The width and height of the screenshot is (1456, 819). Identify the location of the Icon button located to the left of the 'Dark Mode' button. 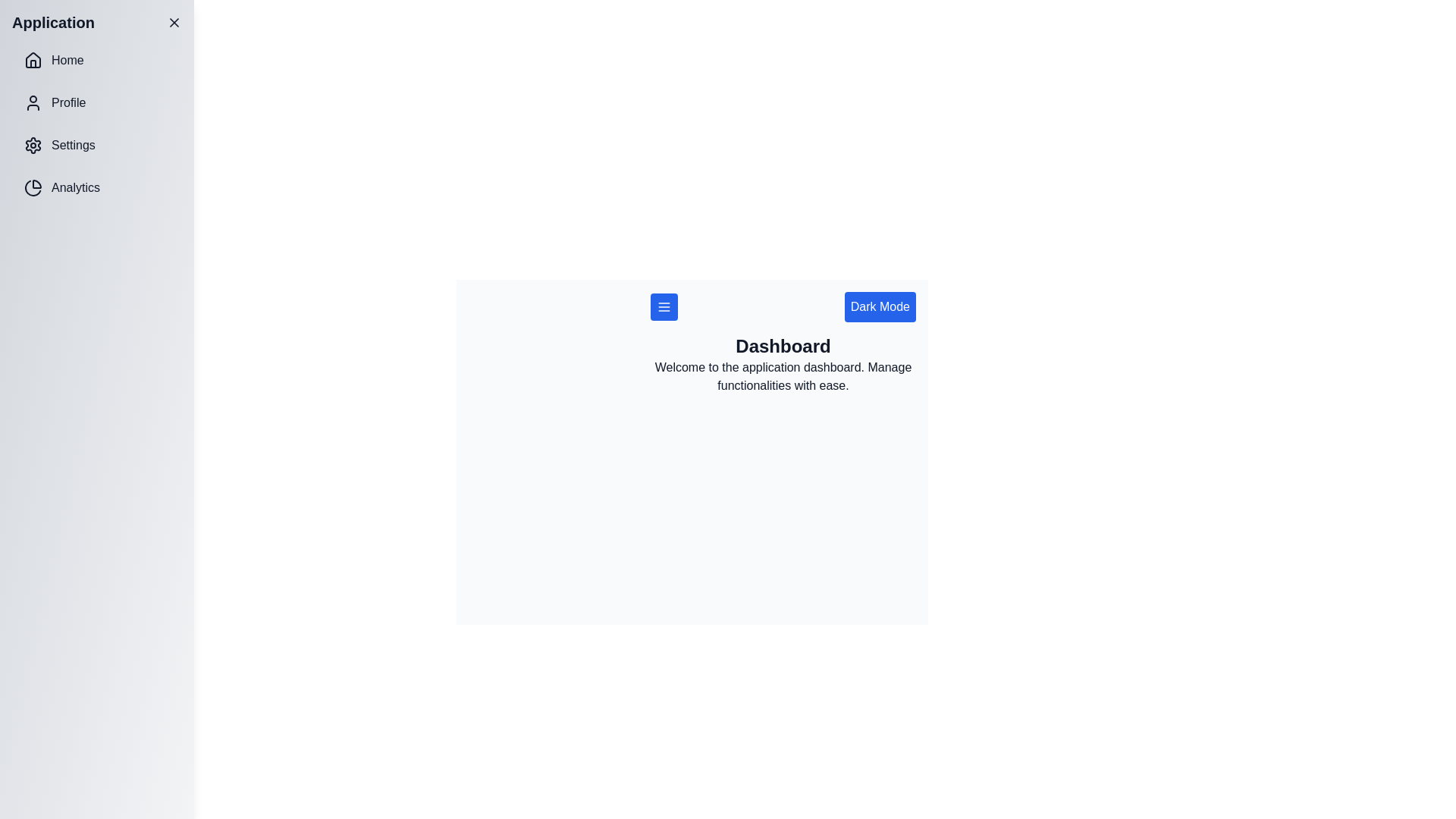
(664, 307).